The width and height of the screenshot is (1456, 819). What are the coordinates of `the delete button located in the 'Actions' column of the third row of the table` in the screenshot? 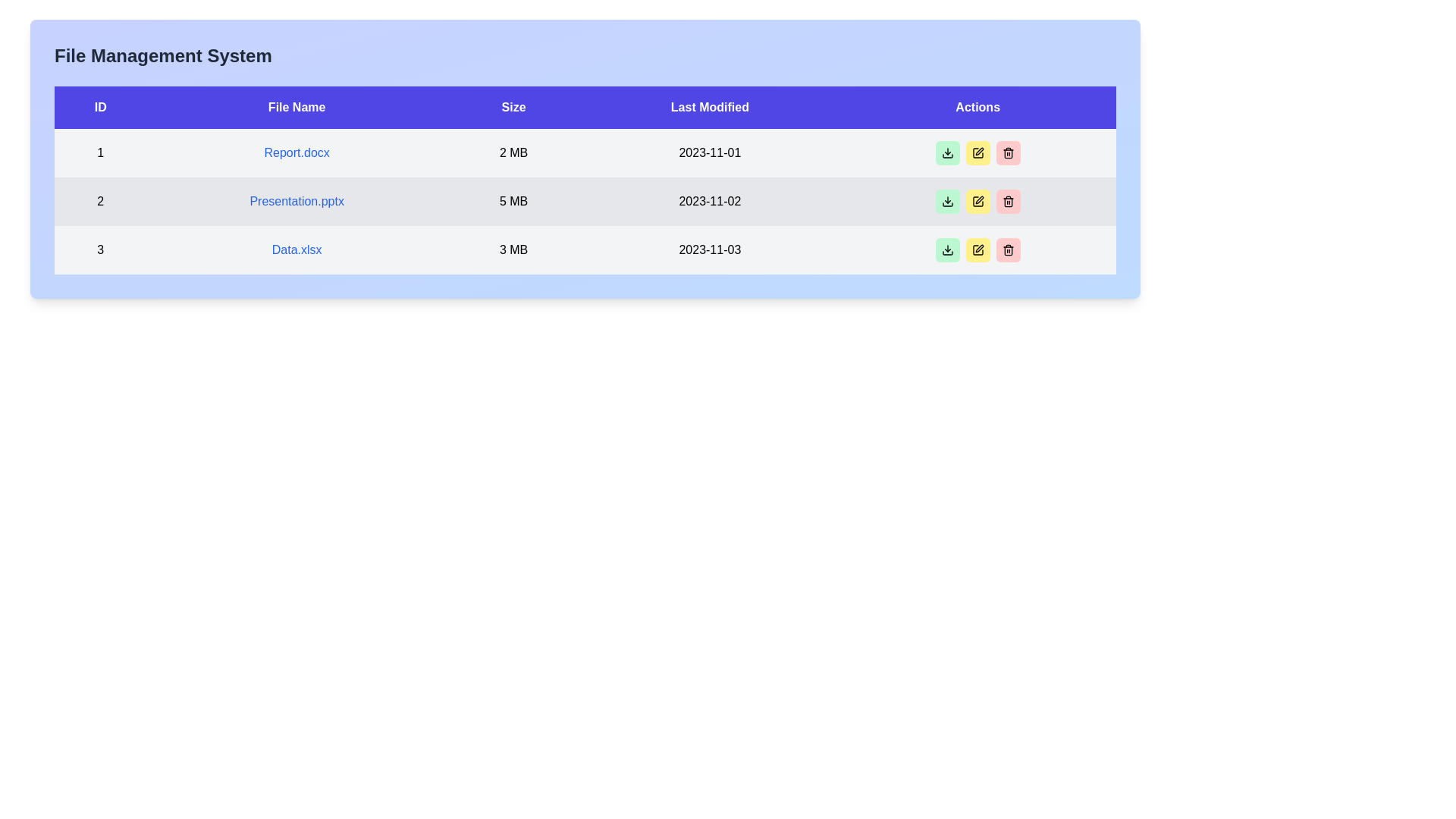 It's located at (1008, 249).